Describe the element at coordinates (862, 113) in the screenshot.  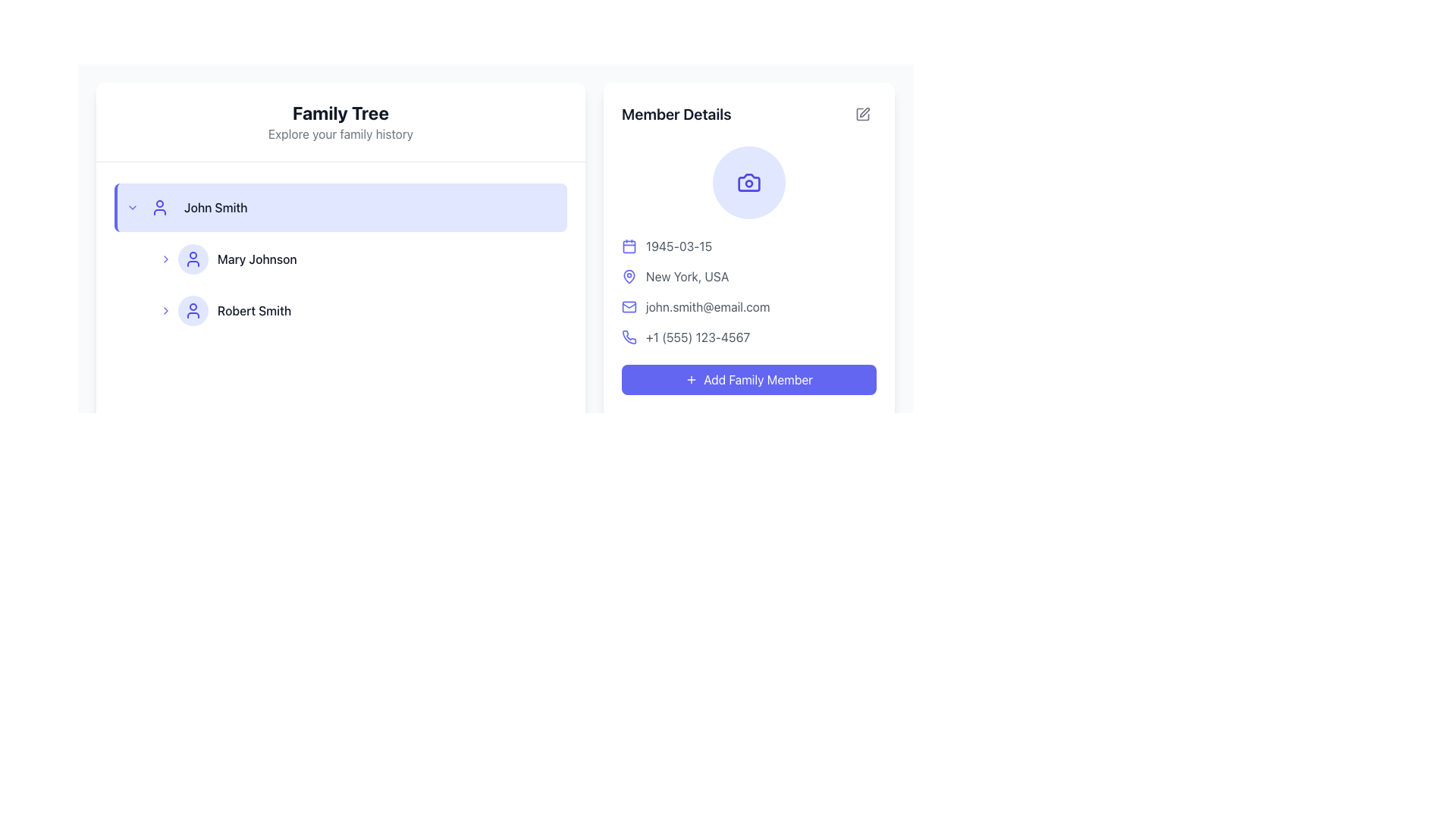
I see `the button located in the top-right corner of the 'Member Details' section` at that location.